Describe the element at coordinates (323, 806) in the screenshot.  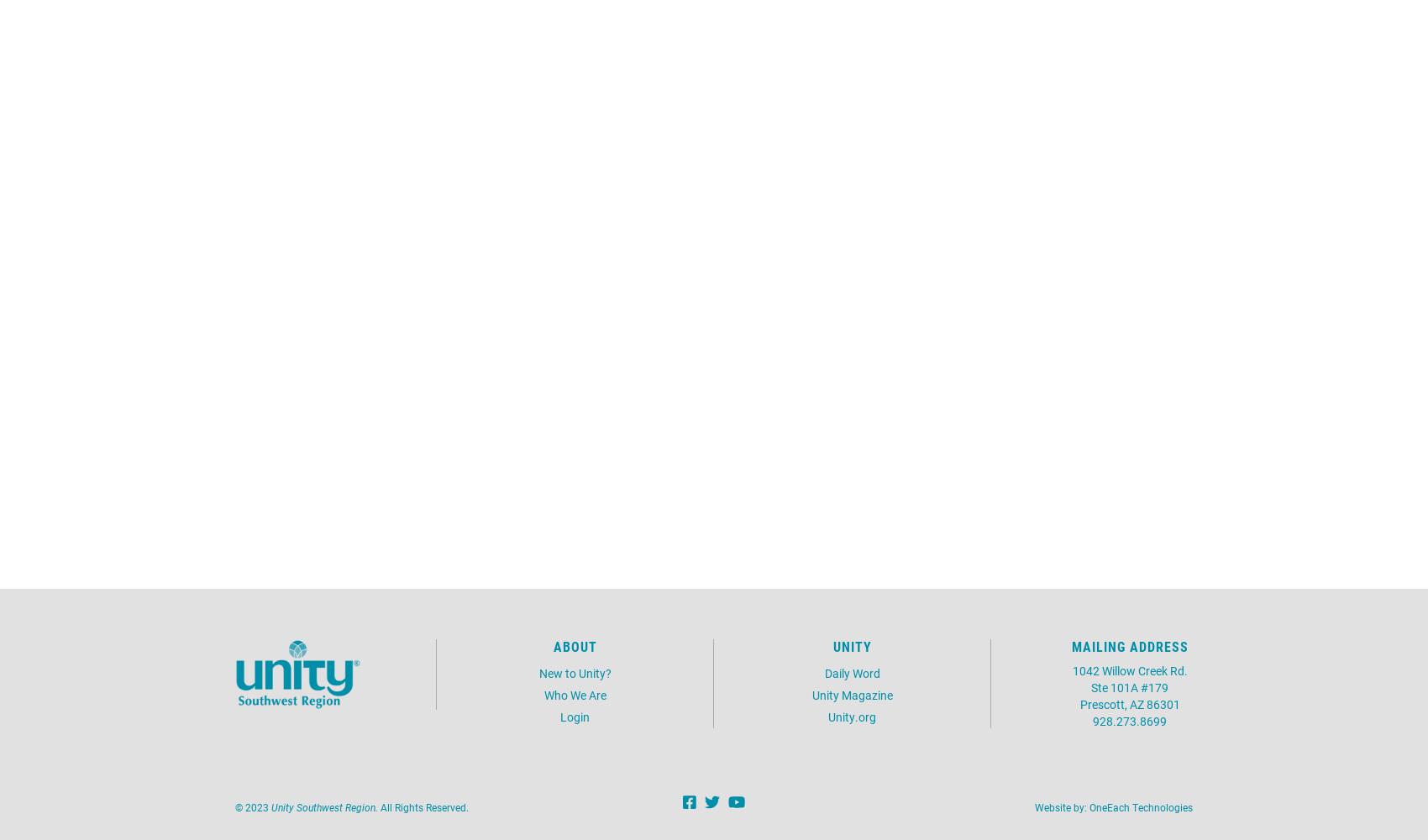
I see `'Unity Southwest Region.'` at that location.